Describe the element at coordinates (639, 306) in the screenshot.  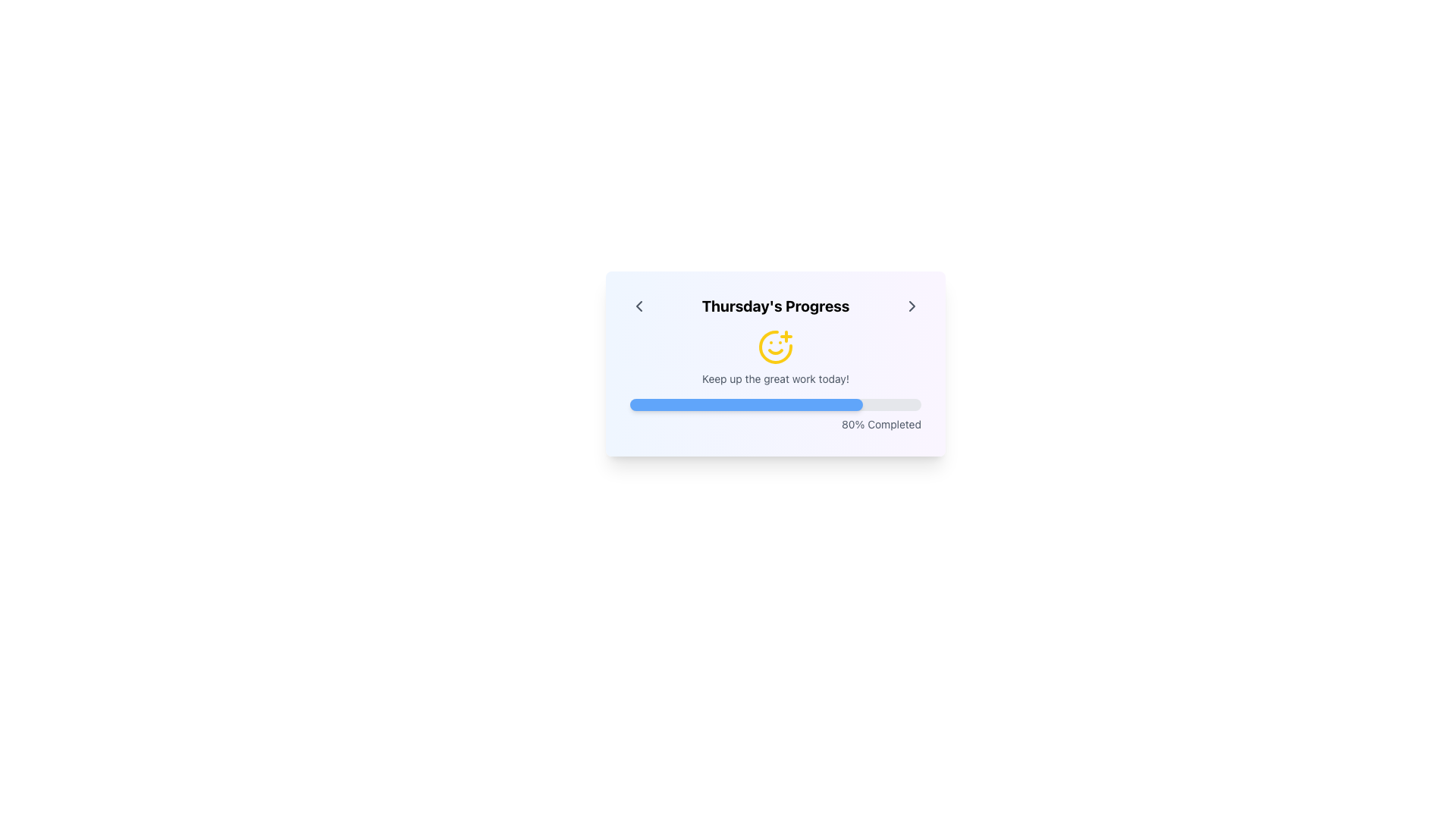
I see `the back arrow icon positioned to the left of the 'Thursday's Progress' heading` at that location.